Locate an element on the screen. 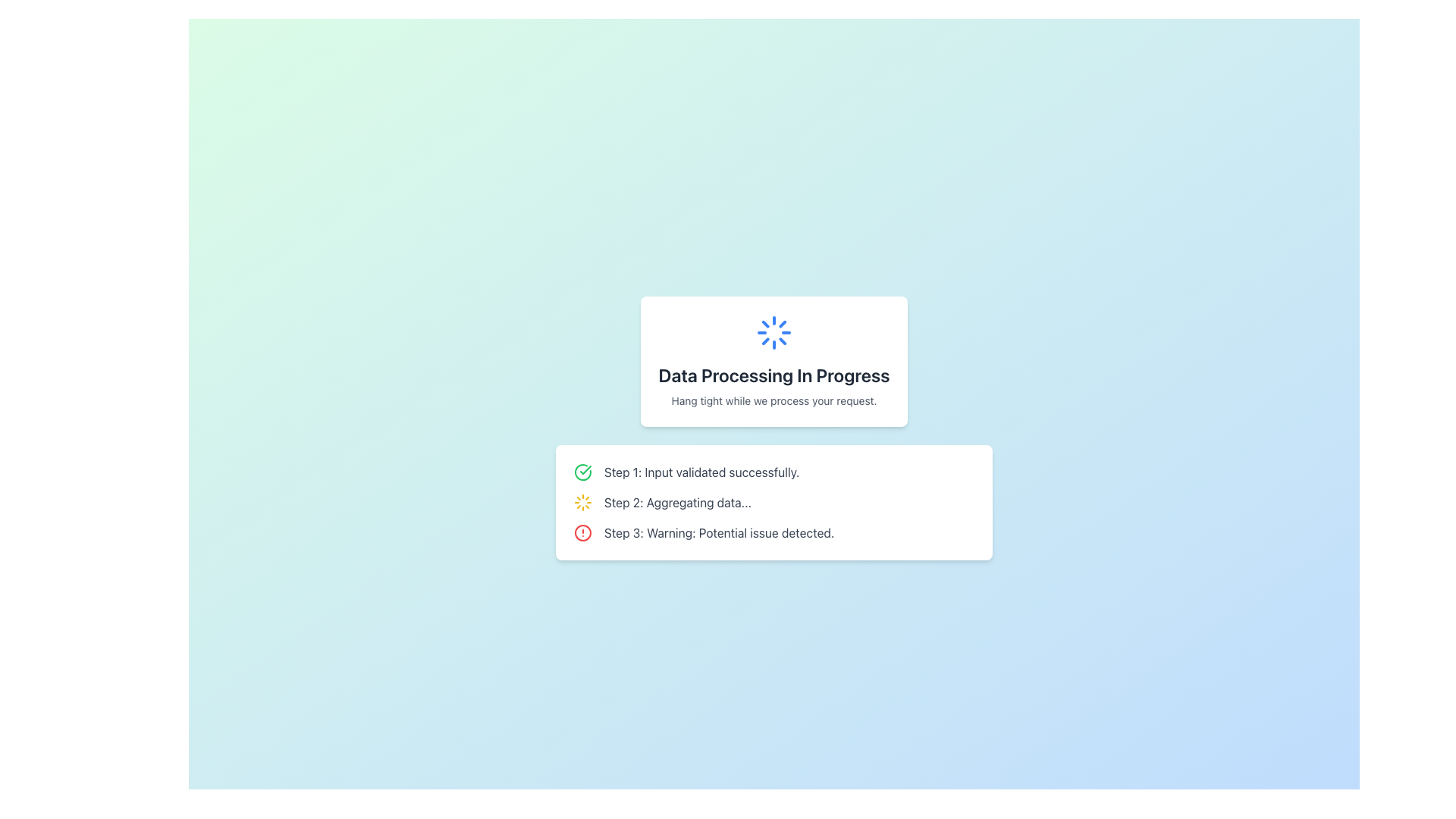 This screenshot has width=1456, height=819. text of the second item in the progress list under 'Data Processing In Progress', which is a notification step conveying the current state of the data processing workflow is located at coordinates (676, 503).